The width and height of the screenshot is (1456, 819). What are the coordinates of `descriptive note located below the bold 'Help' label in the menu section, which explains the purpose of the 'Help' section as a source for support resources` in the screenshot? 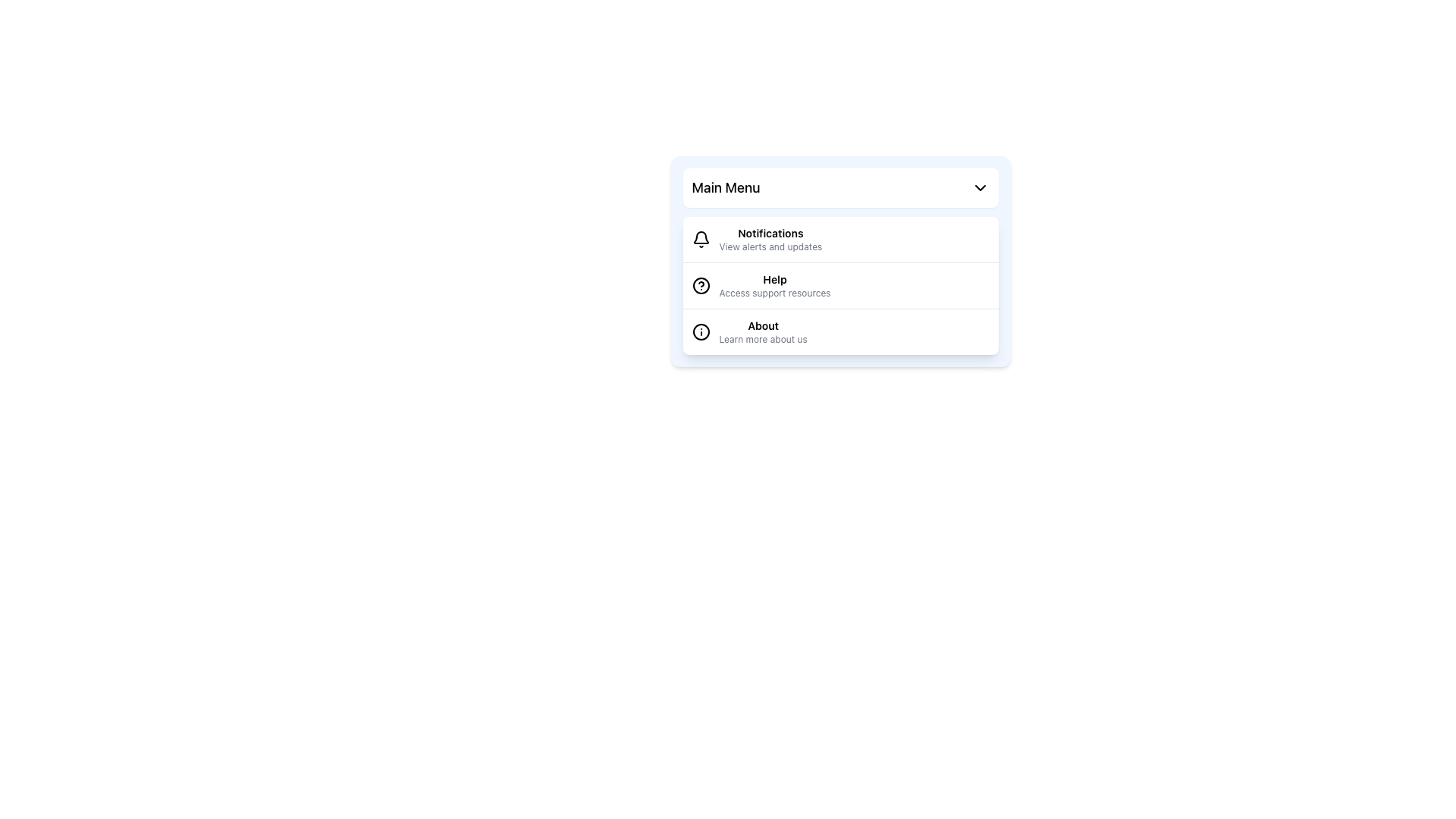 It's located at (775, 293).